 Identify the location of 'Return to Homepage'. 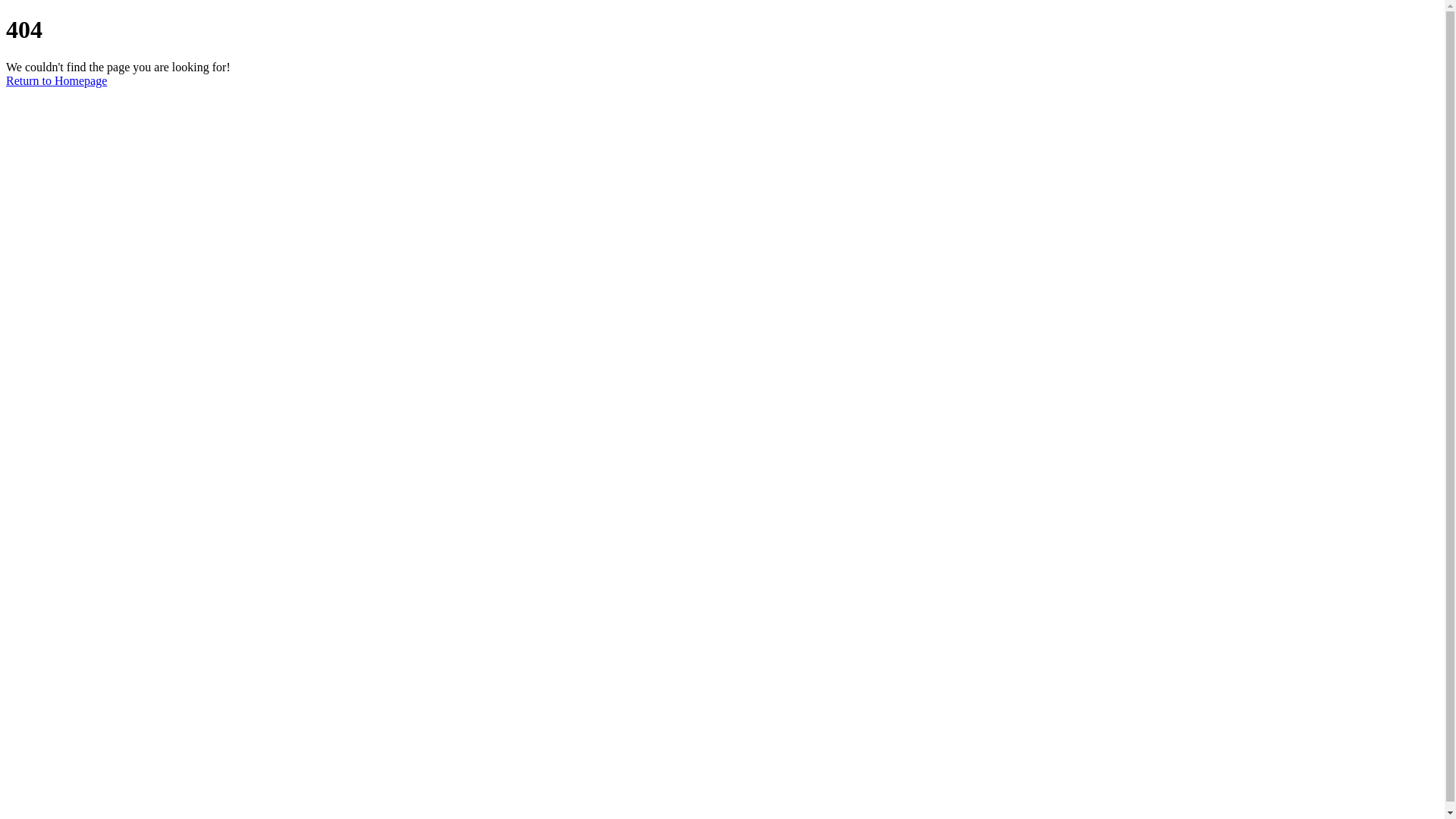
(56, 80).